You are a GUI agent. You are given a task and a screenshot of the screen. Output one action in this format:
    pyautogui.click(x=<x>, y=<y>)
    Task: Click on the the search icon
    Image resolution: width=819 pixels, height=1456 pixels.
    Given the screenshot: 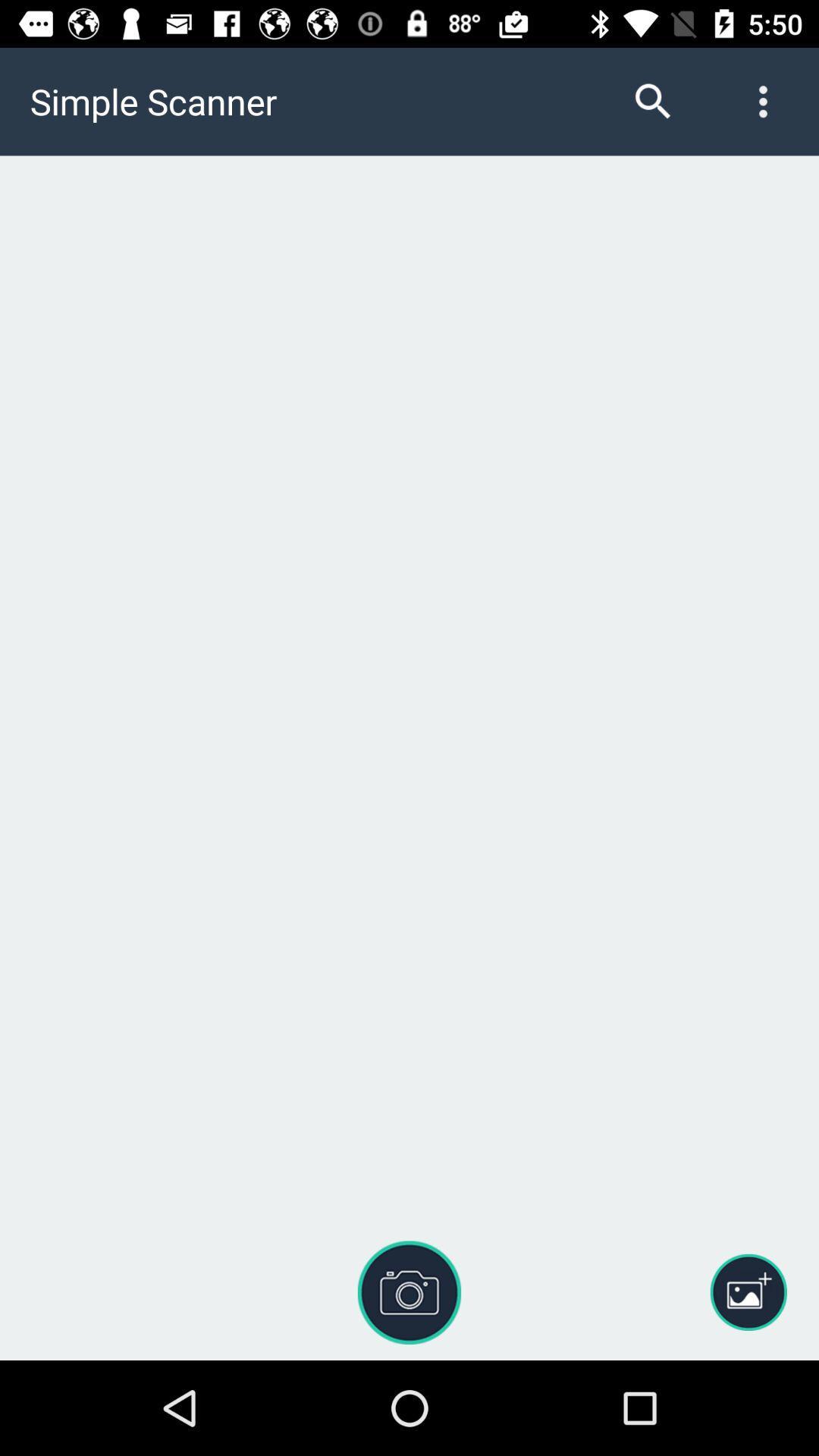 What is the action you would take?
    pyautogui.click(x=652, y=101)
    